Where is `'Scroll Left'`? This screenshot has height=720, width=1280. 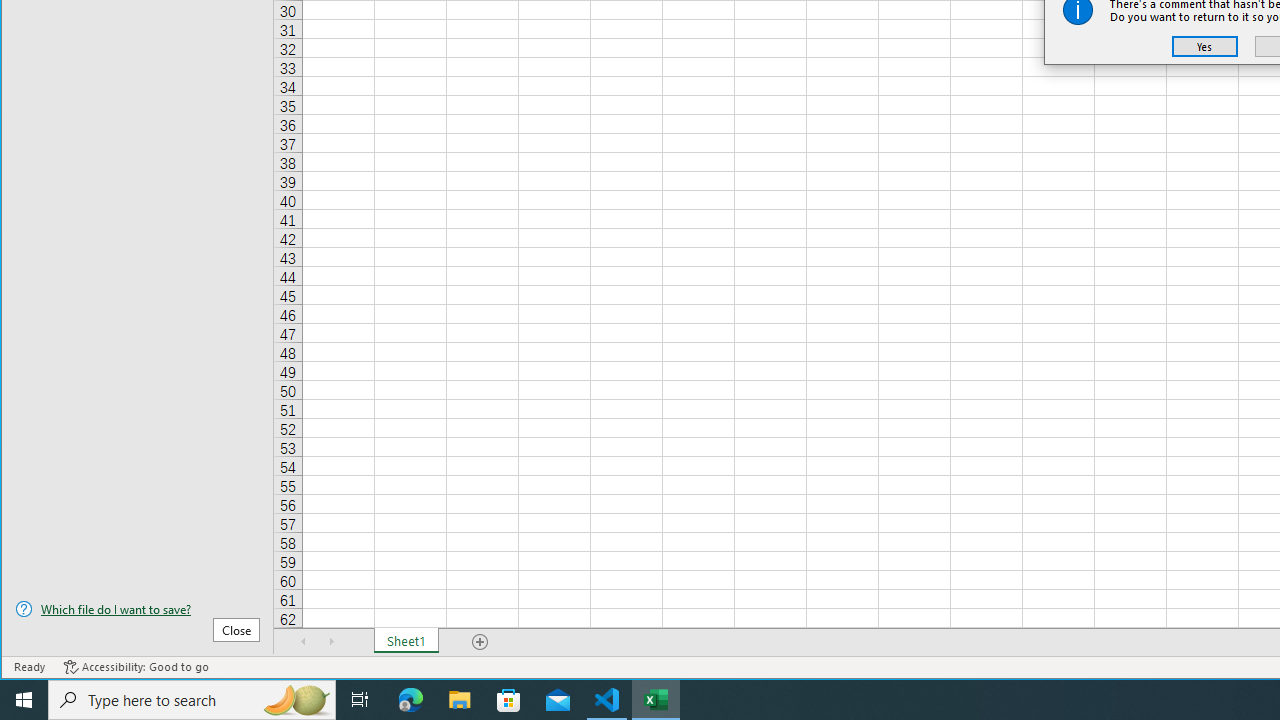 'Scroll Left' is located at coordinates (303, 641).